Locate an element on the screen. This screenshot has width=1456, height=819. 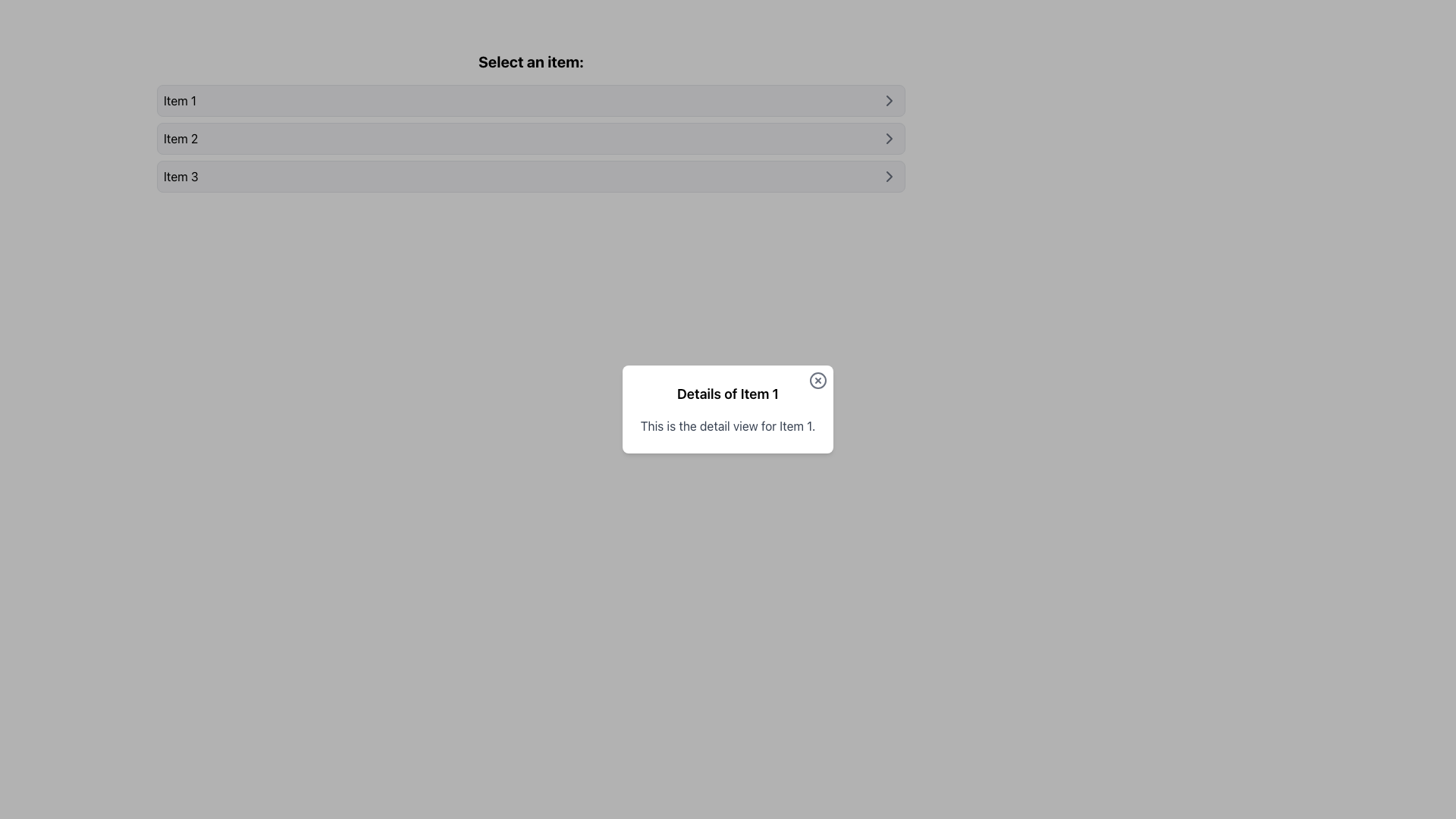
the text label that reads 'Details of Item 1', which is styled in bold and larger font, located in a white rectangular dialog box with rounded corners is located at coordinates (728, 394).